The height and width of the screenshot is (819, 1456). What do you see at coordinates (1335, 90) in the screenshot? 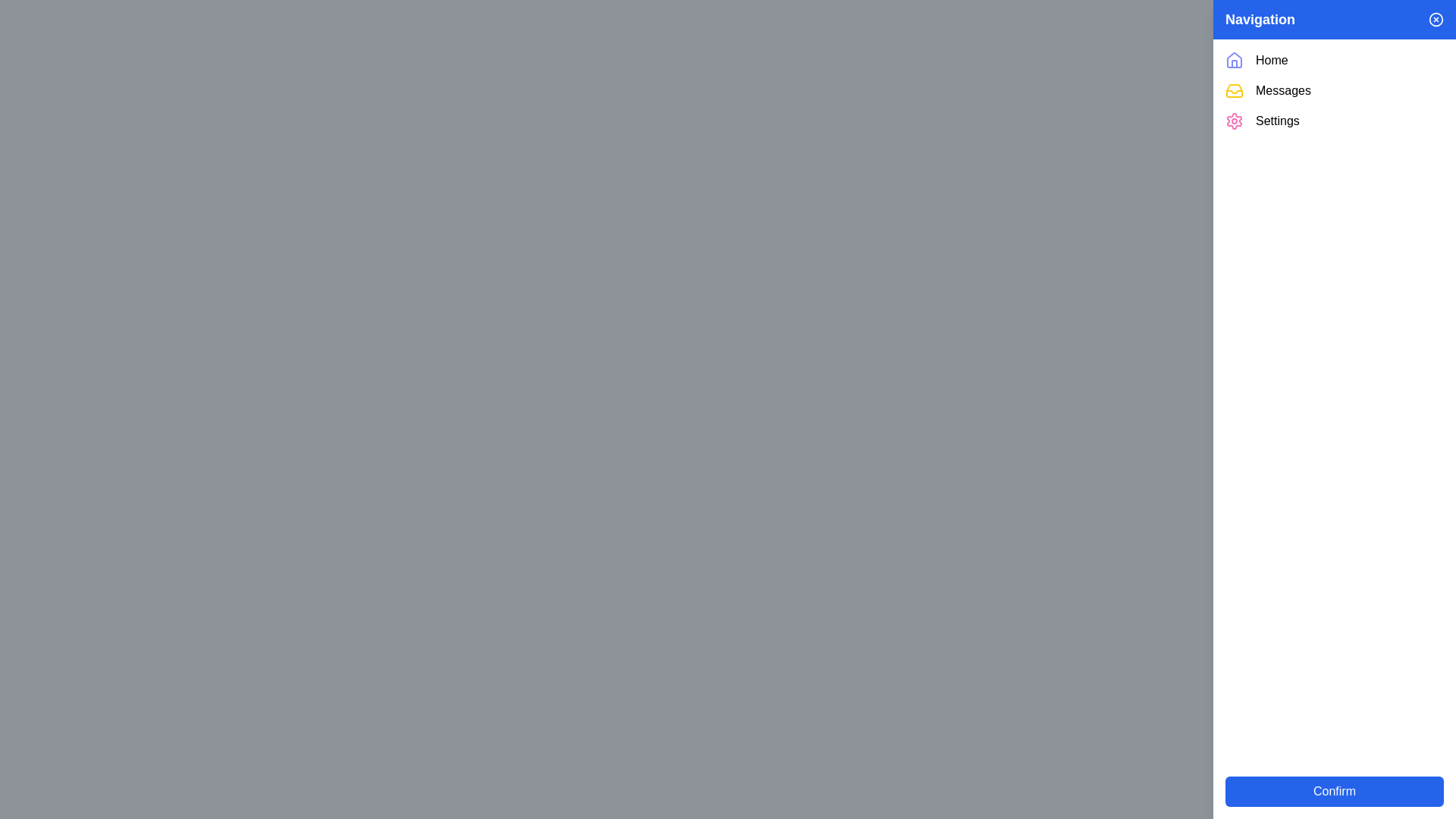
I see `the 'Messages' navigation item located in the vertical menu, positioned below 'Home' and above 'Settings'` at bounding box center [1335, 90].